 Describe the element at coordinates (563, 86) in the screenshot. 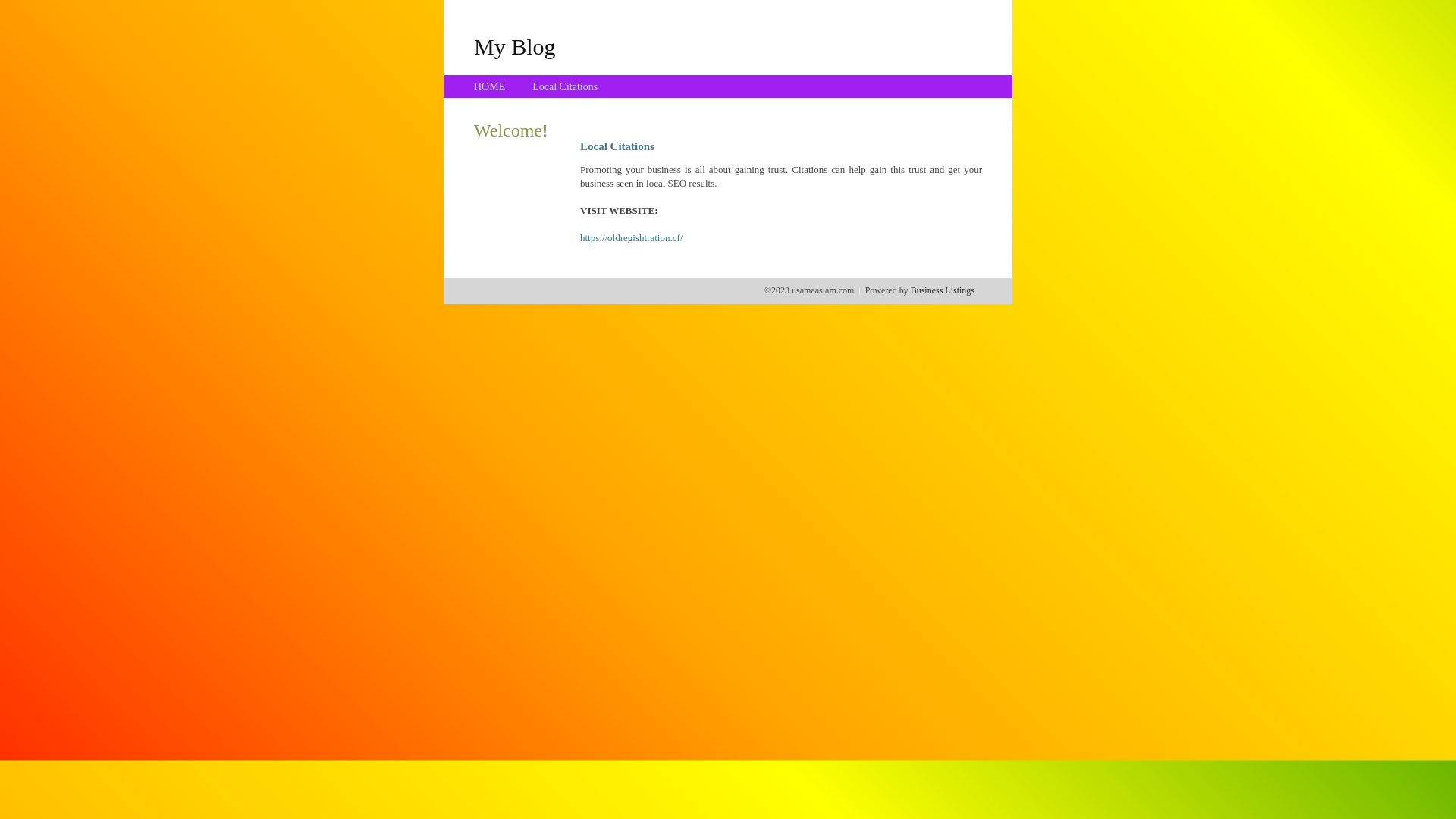

I see `'Local Citations'` at that location.